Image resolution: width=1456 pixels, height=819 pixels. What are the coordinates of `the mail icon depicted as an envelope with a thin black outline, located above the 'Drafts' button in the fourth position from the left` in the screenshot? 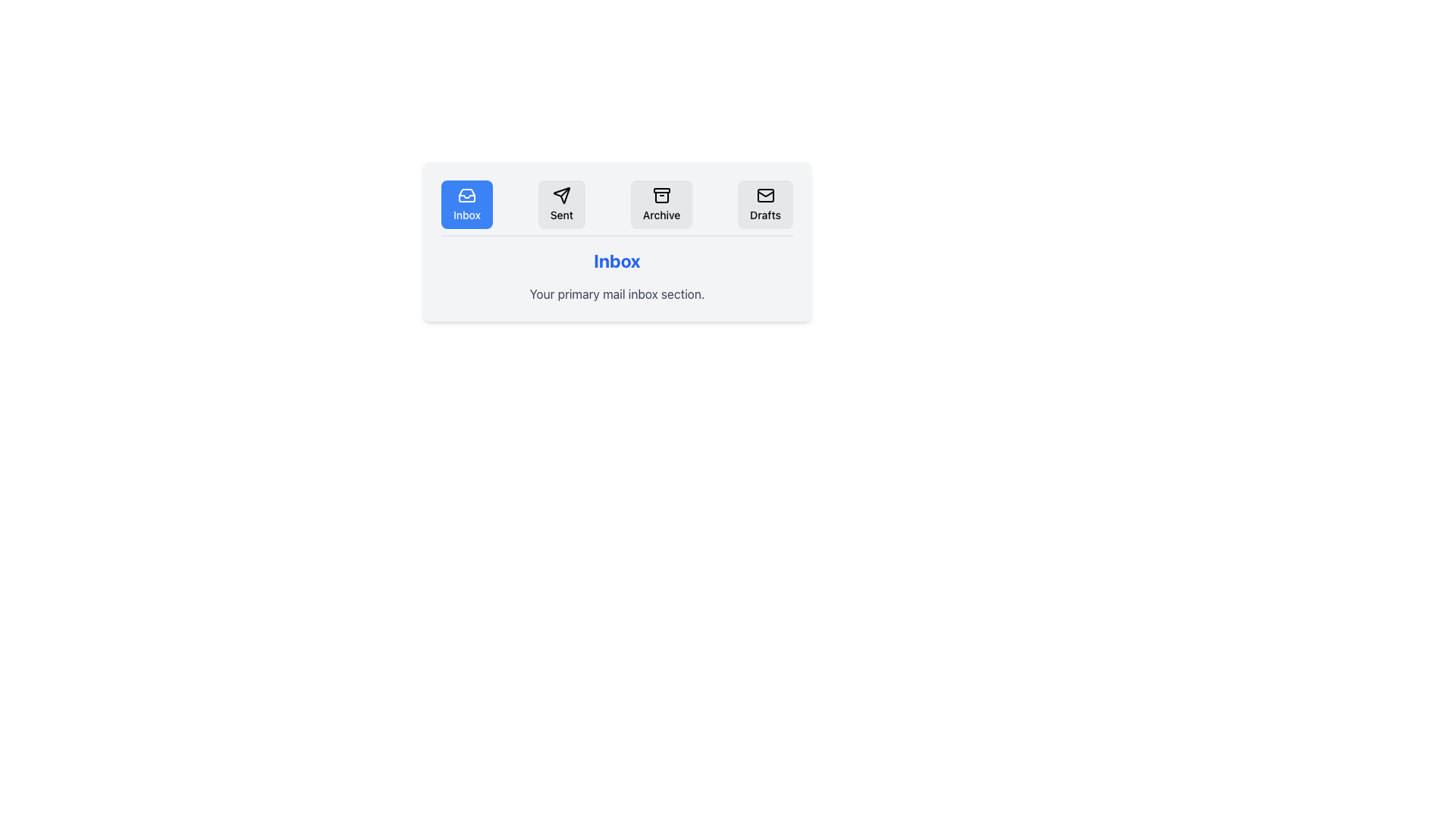 It's located at (765, 195).